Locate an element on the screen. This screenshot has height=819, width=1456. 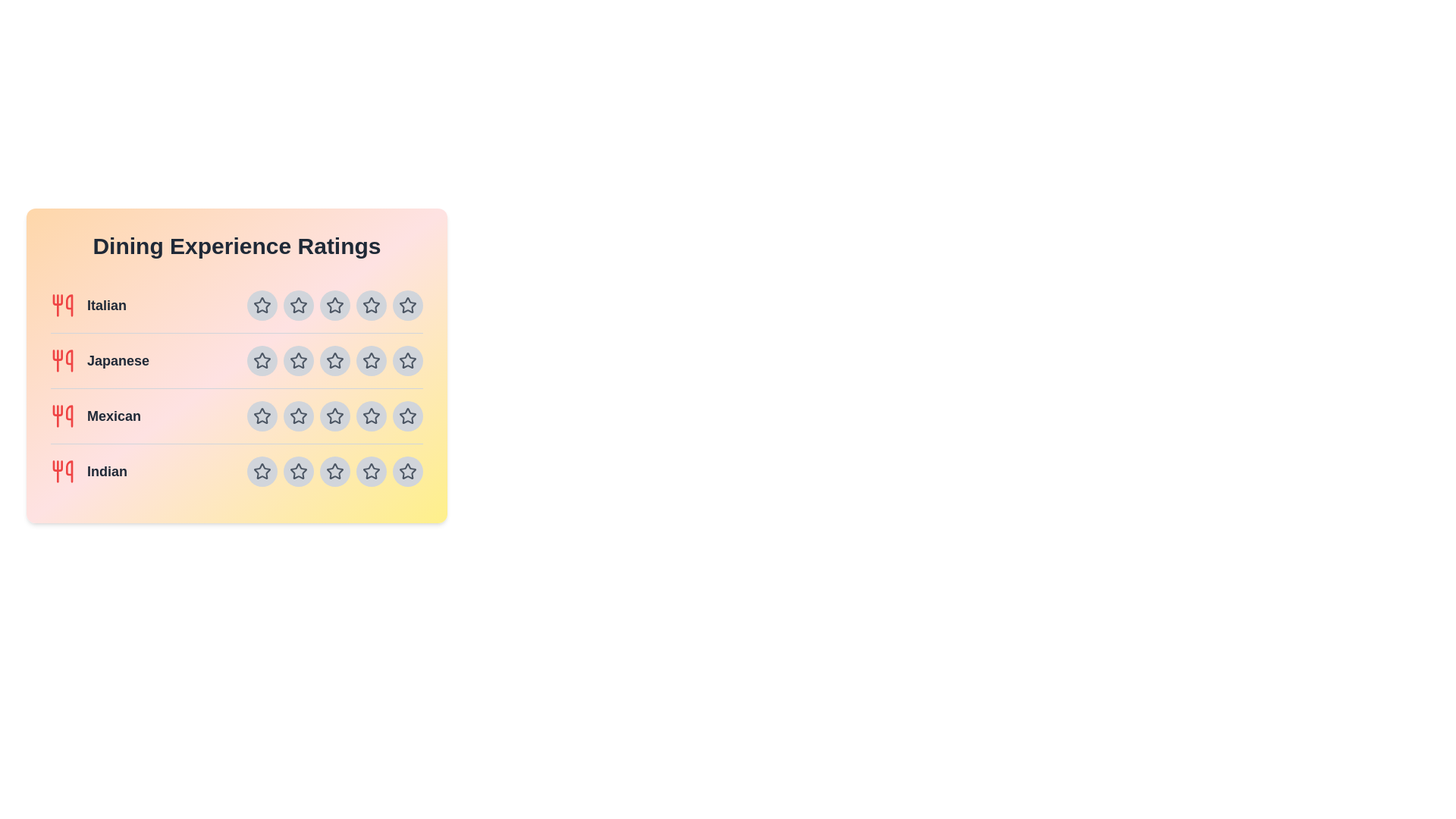
the utensils icon for the cuisine Mexican is located at coordinates (61, 416).